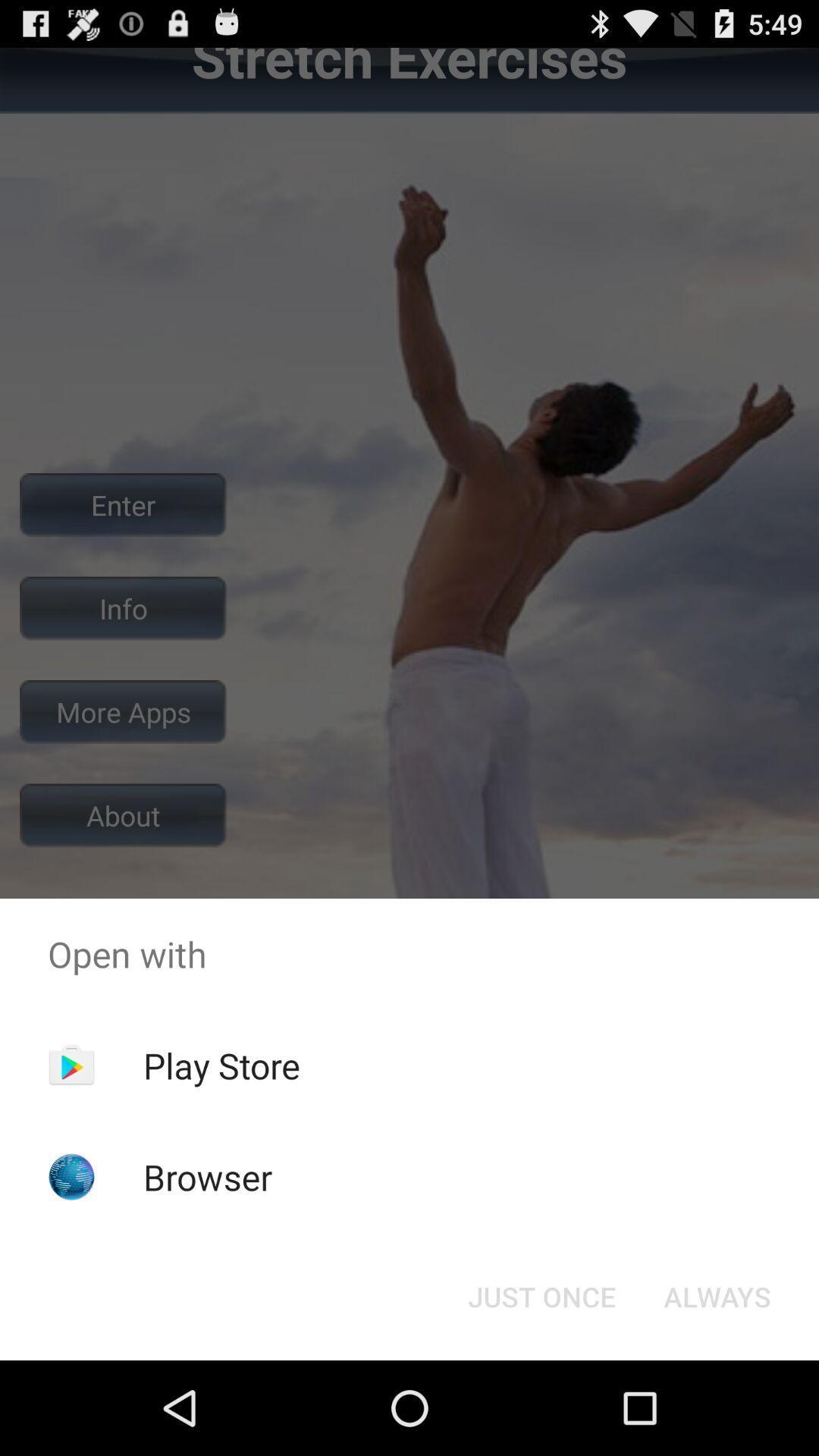 This screenshot has height=1456, width=819. I want to click on the icon below the play store app, so click(208, 1176).